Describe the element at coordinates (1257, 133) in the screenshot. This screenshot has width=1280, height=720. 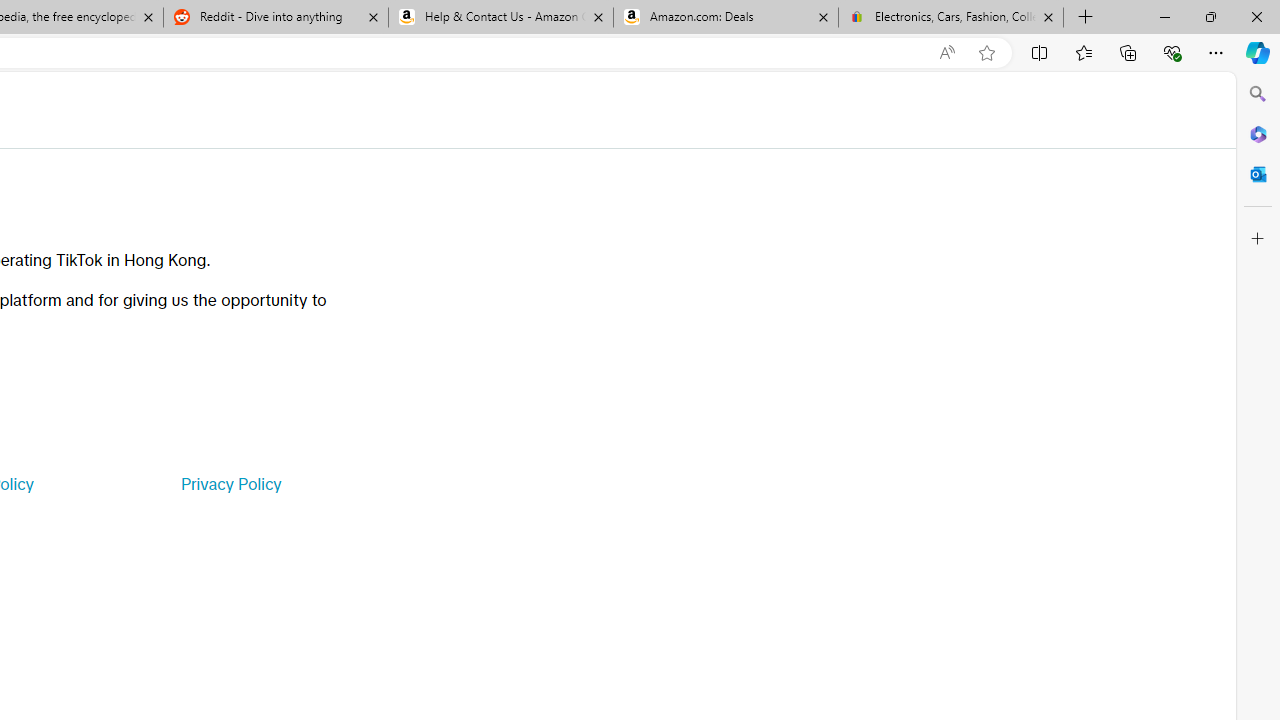
I see `'Microsoft 365'` at that location.